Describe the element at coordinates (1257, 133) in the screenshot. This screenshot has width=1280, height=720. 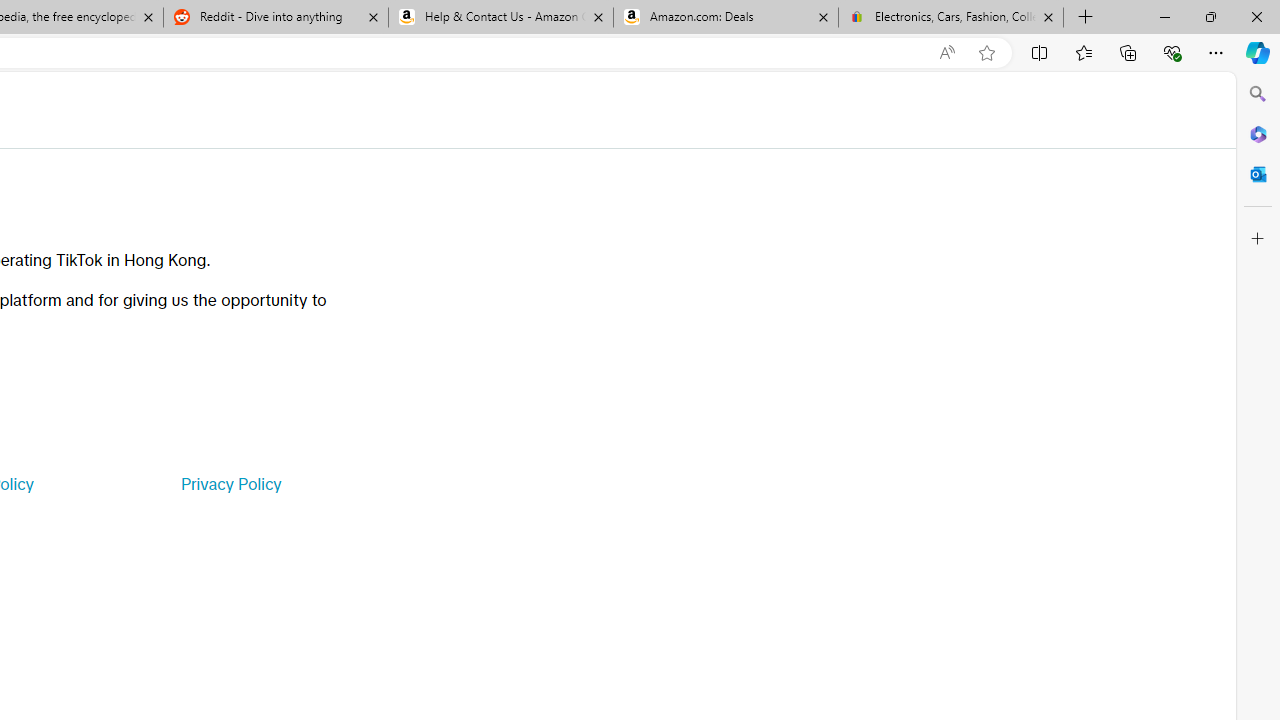
I see `'Microsoft 365'` at that location.